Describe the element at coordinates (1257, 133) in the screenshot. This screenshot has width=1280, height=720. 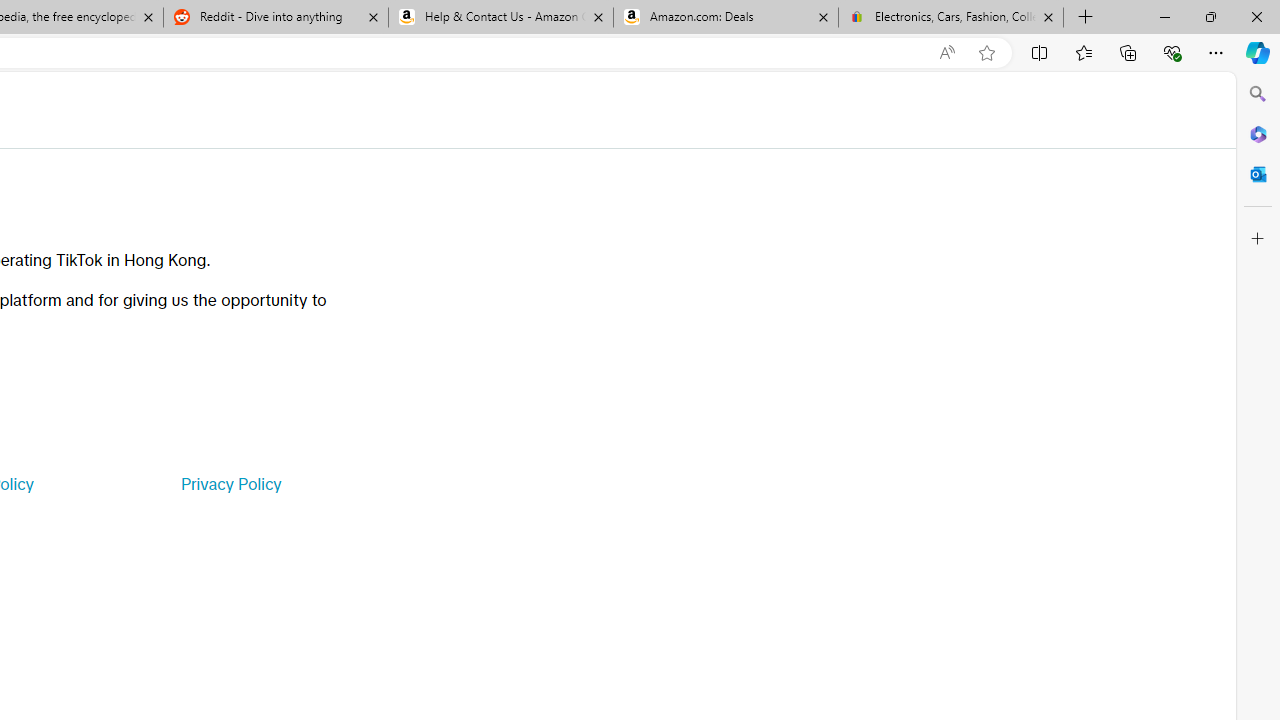
I see `'Microsoft 365'` at that location.